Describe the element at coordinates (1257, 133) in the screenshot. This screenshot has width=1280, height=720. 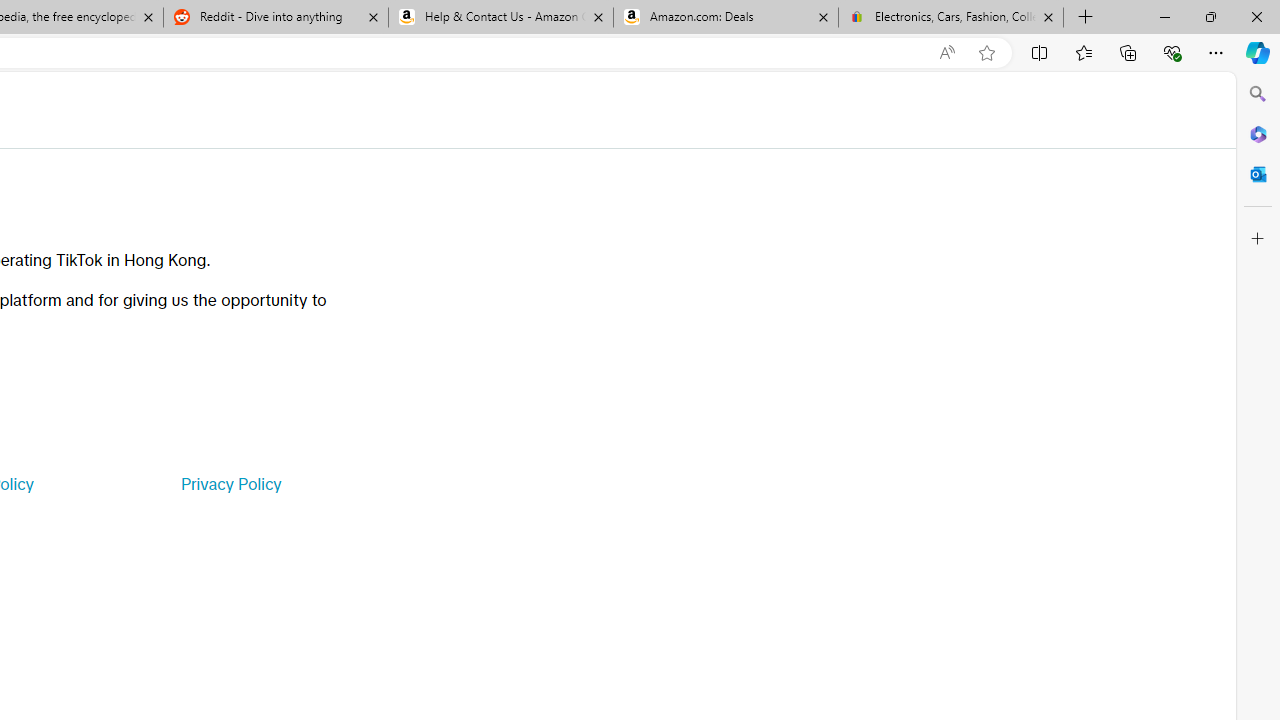
I see `'Microsoft 365'` at that location.